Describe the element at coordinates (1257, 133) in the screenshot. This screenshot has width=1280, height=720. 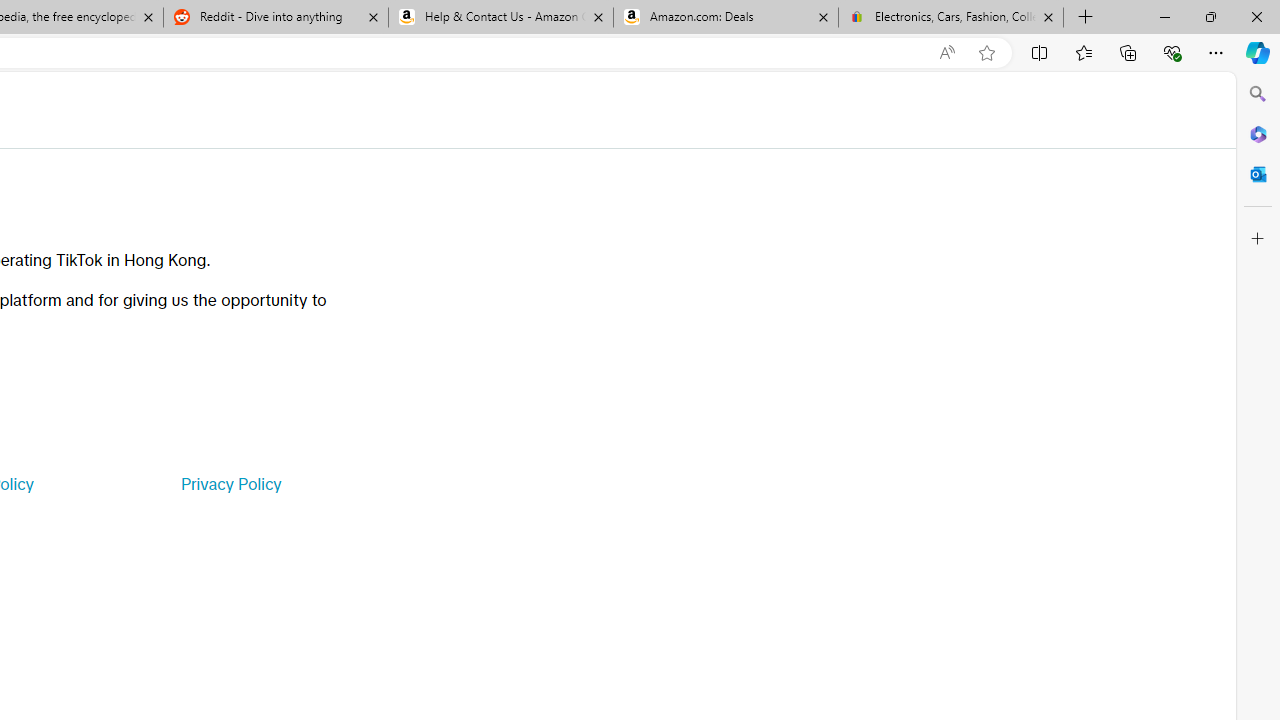
I see `'Microsoft 365'` at that location.